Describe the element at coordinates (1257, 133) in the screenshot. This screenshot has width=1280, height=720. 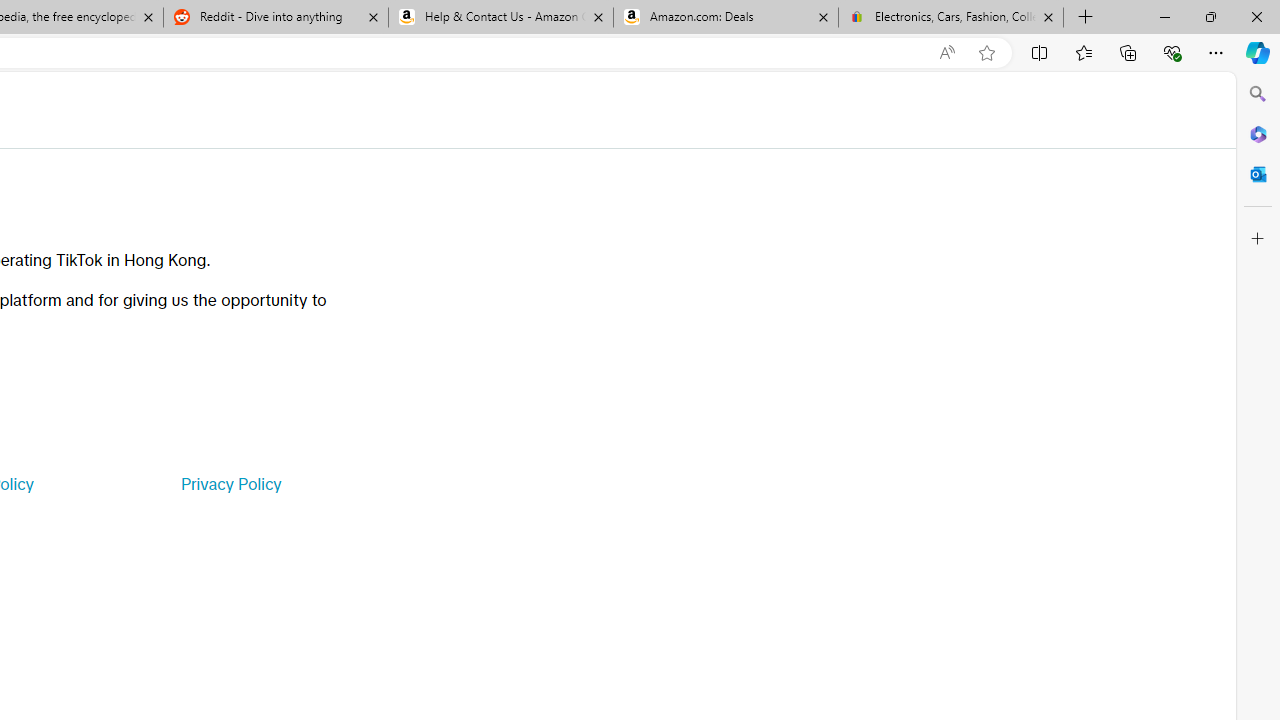
I see `'Microsoft 365'` at that location.